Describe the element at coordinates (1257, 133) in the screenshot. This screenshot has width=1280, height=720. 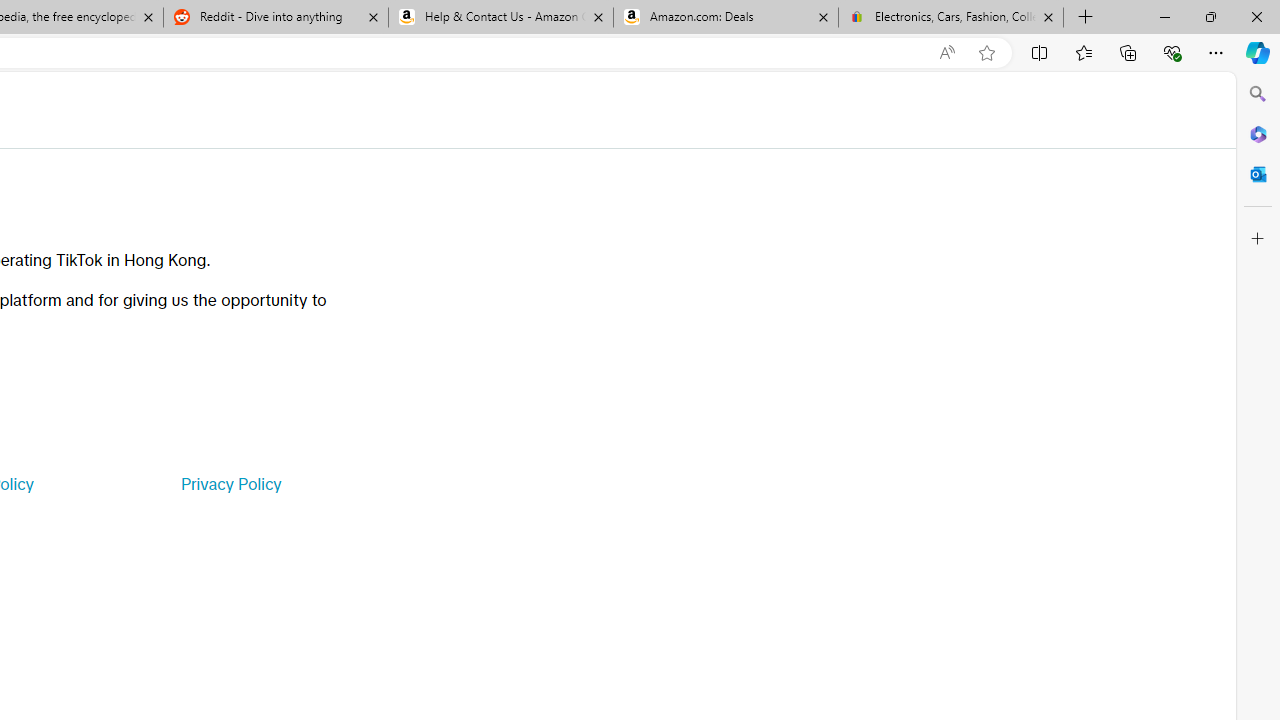
I see `'Microsoft 365'` at that location.